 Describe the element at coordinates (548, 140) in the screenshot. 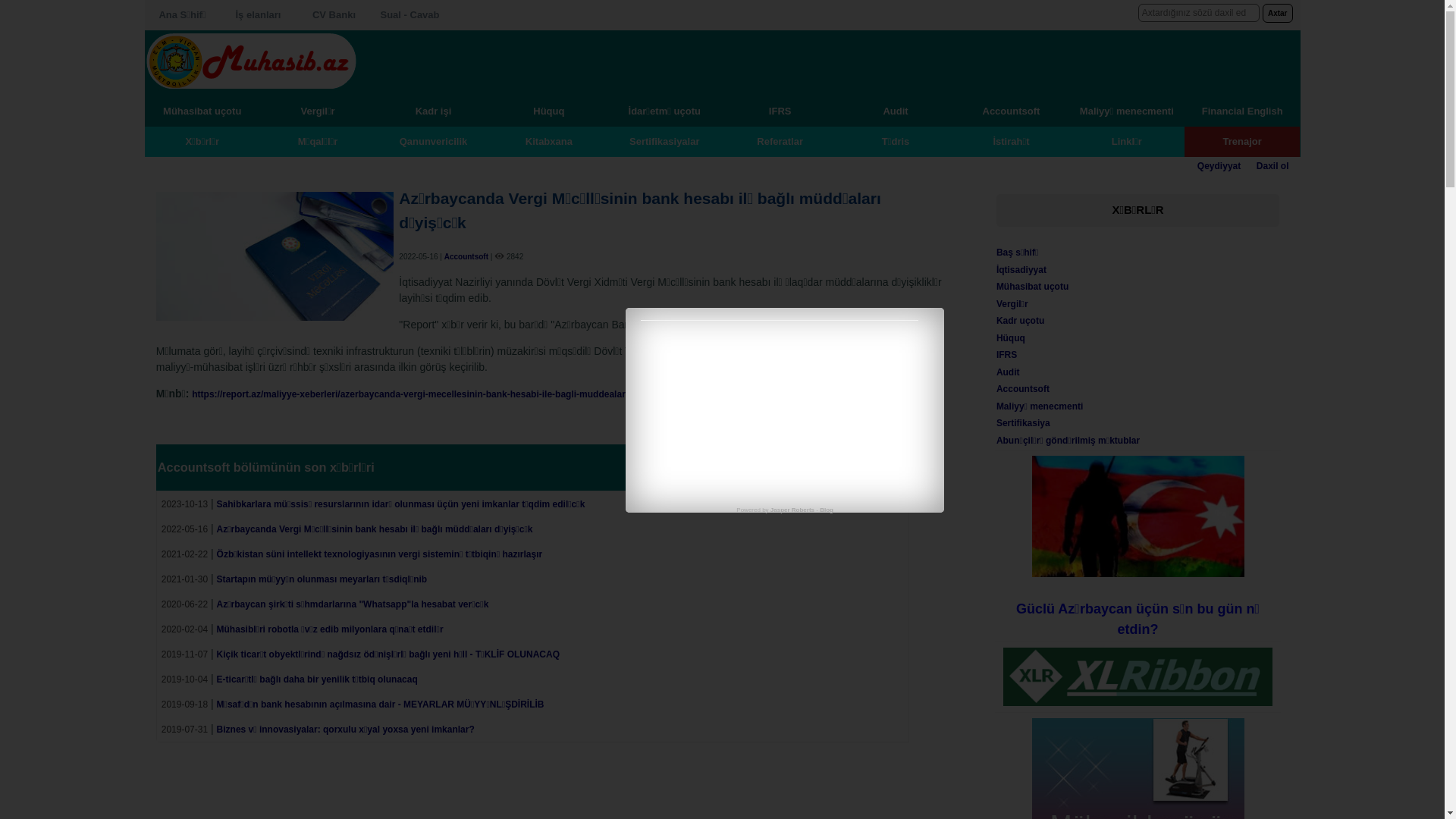

I see `'Kitabxana'` at that location.